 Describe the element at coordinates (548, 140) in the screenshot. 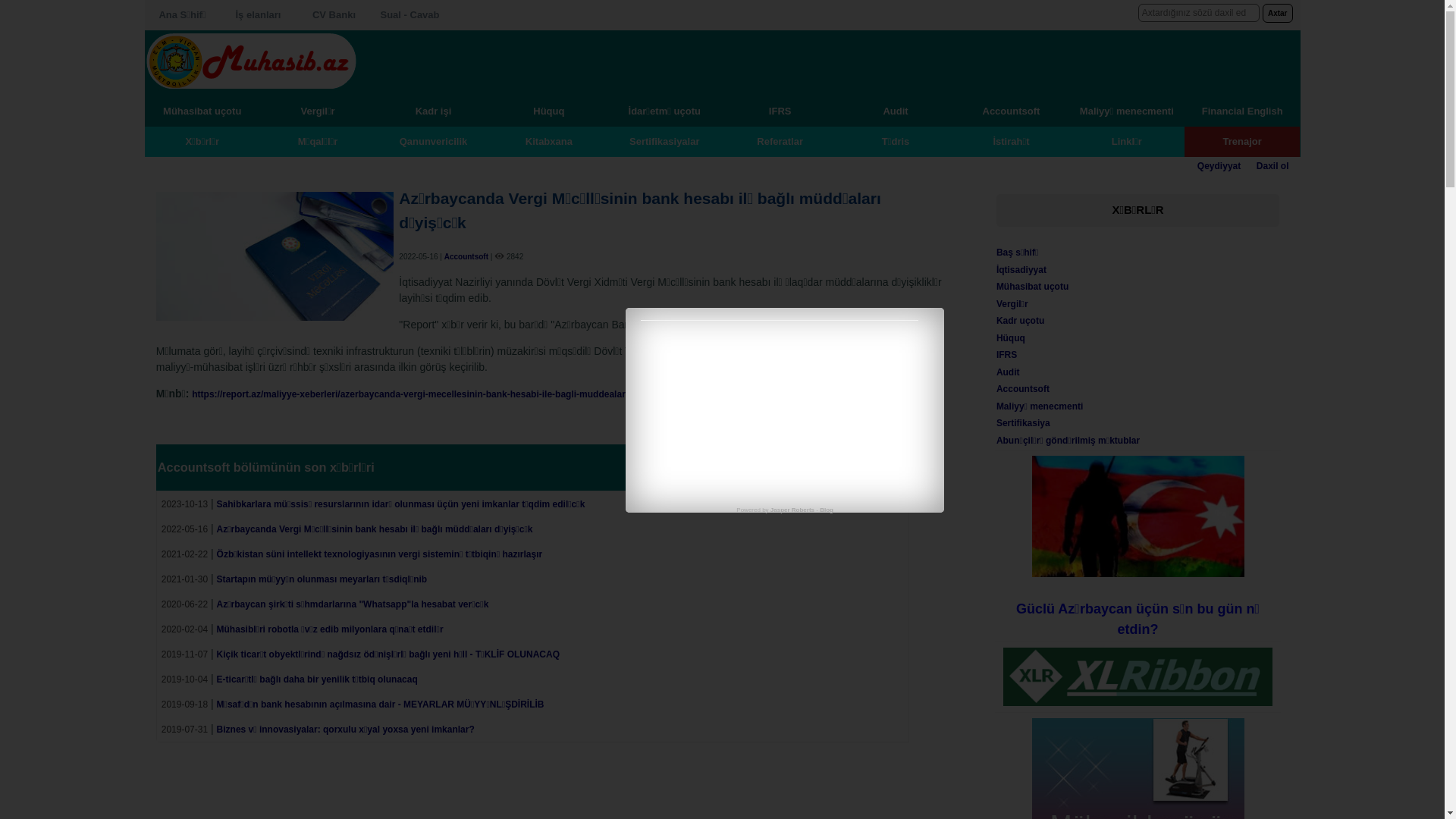

I see `'Kitabxana'` at that location.